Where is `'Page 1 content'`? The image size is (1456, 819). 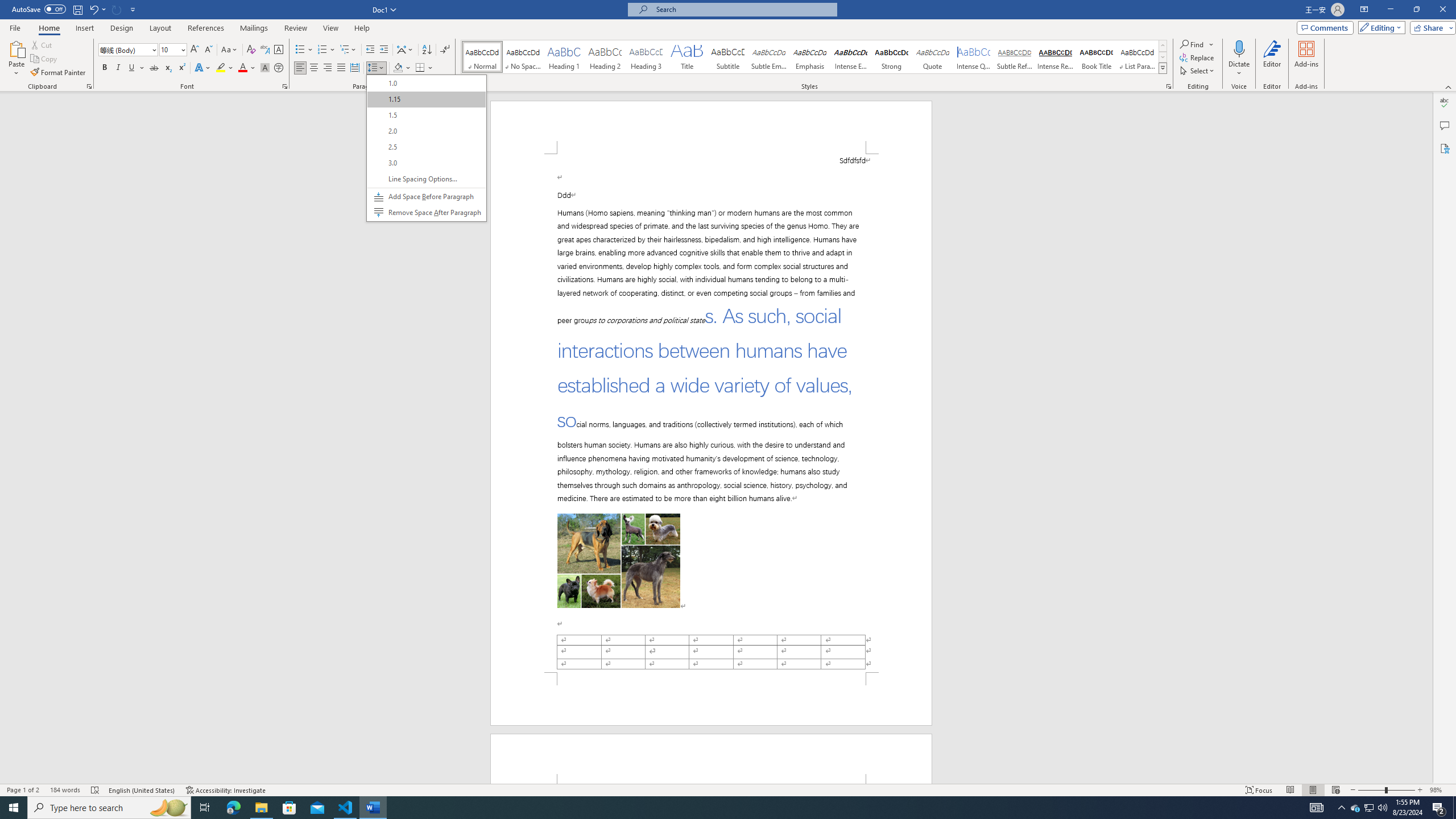
'Page 1 content' is located at coordinates (711, 412).